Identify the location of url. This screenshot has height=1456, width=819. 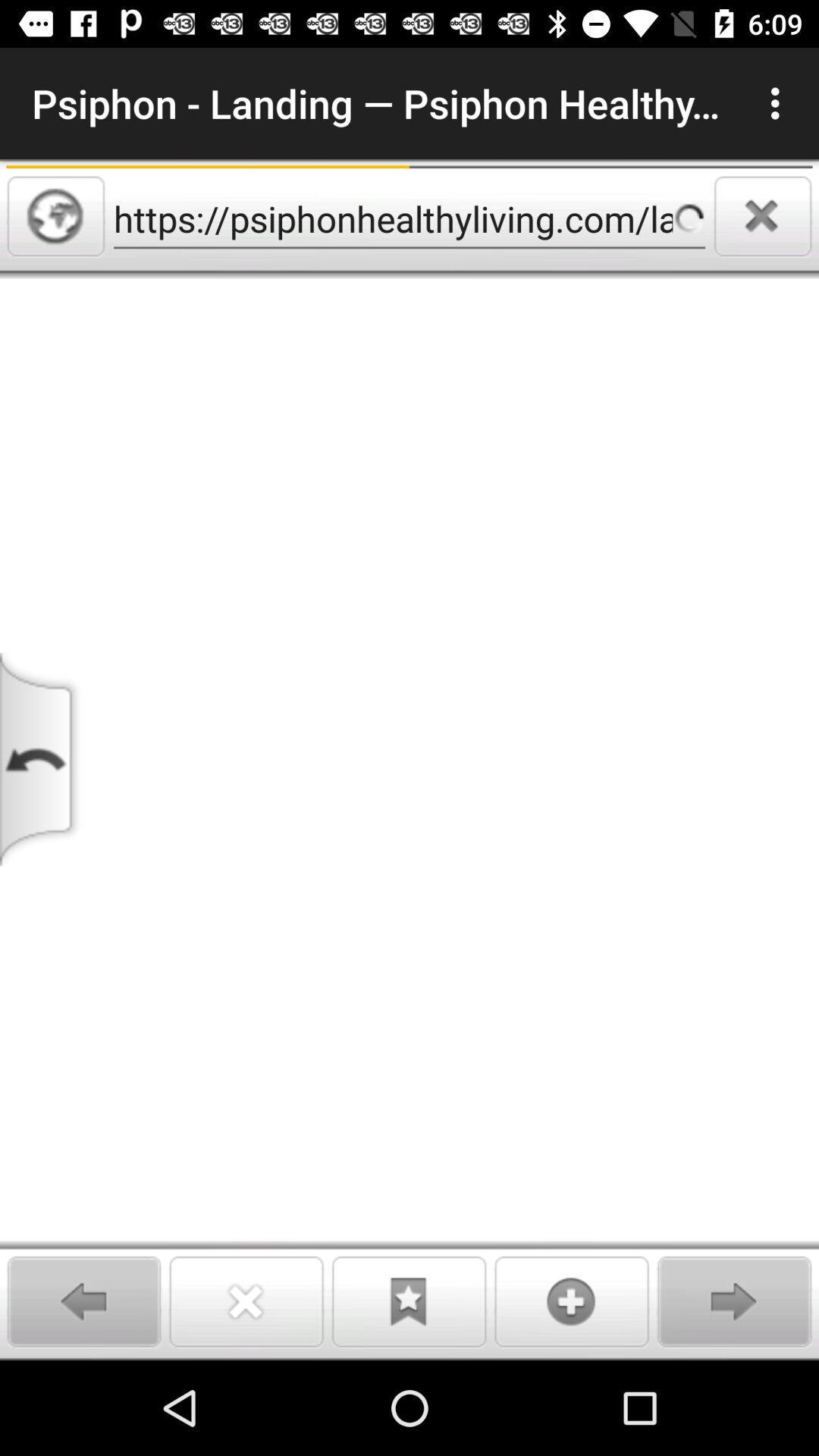
(55, 215).